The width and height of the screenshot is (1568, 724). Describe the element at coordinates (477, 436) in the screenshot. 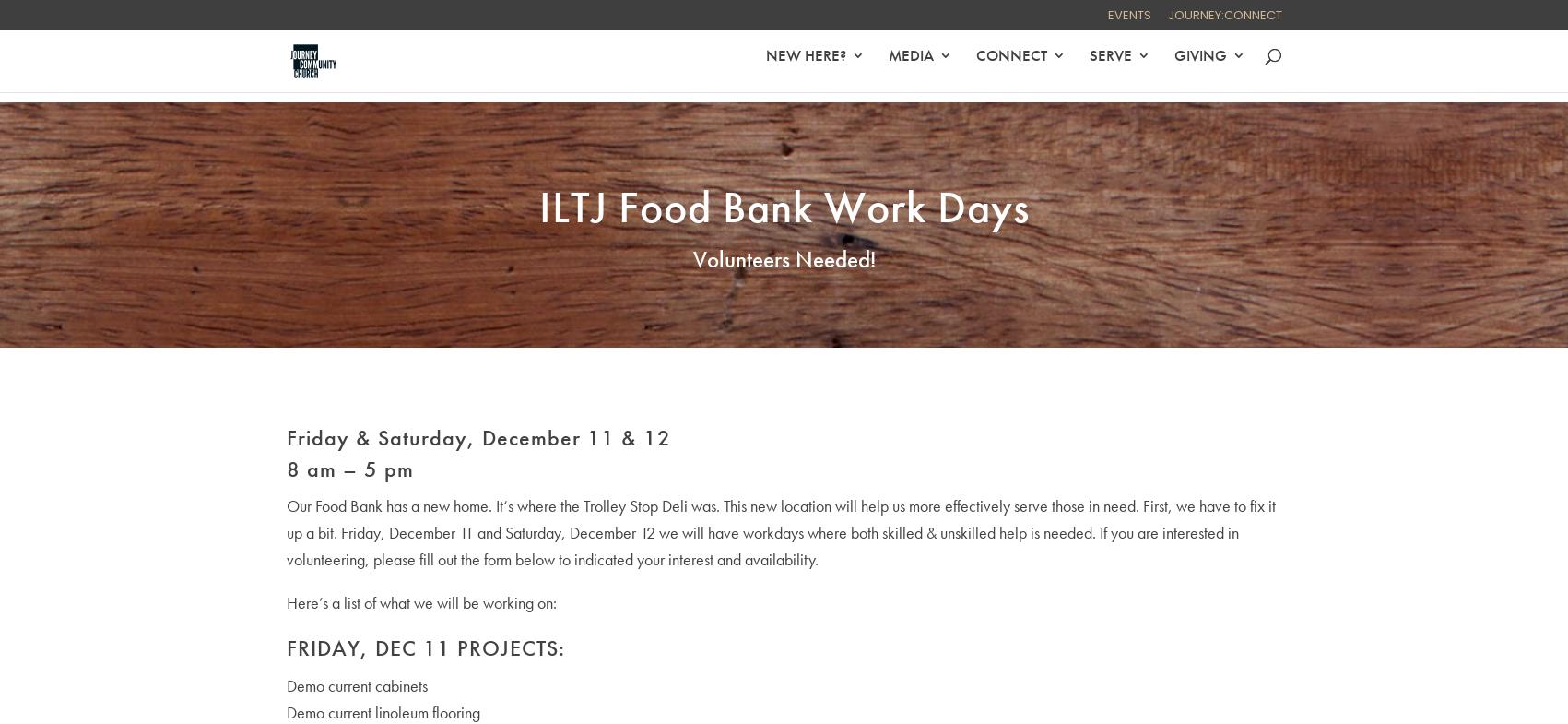

I see `'Friday & Saturday, December 11 & 12'` at that location.